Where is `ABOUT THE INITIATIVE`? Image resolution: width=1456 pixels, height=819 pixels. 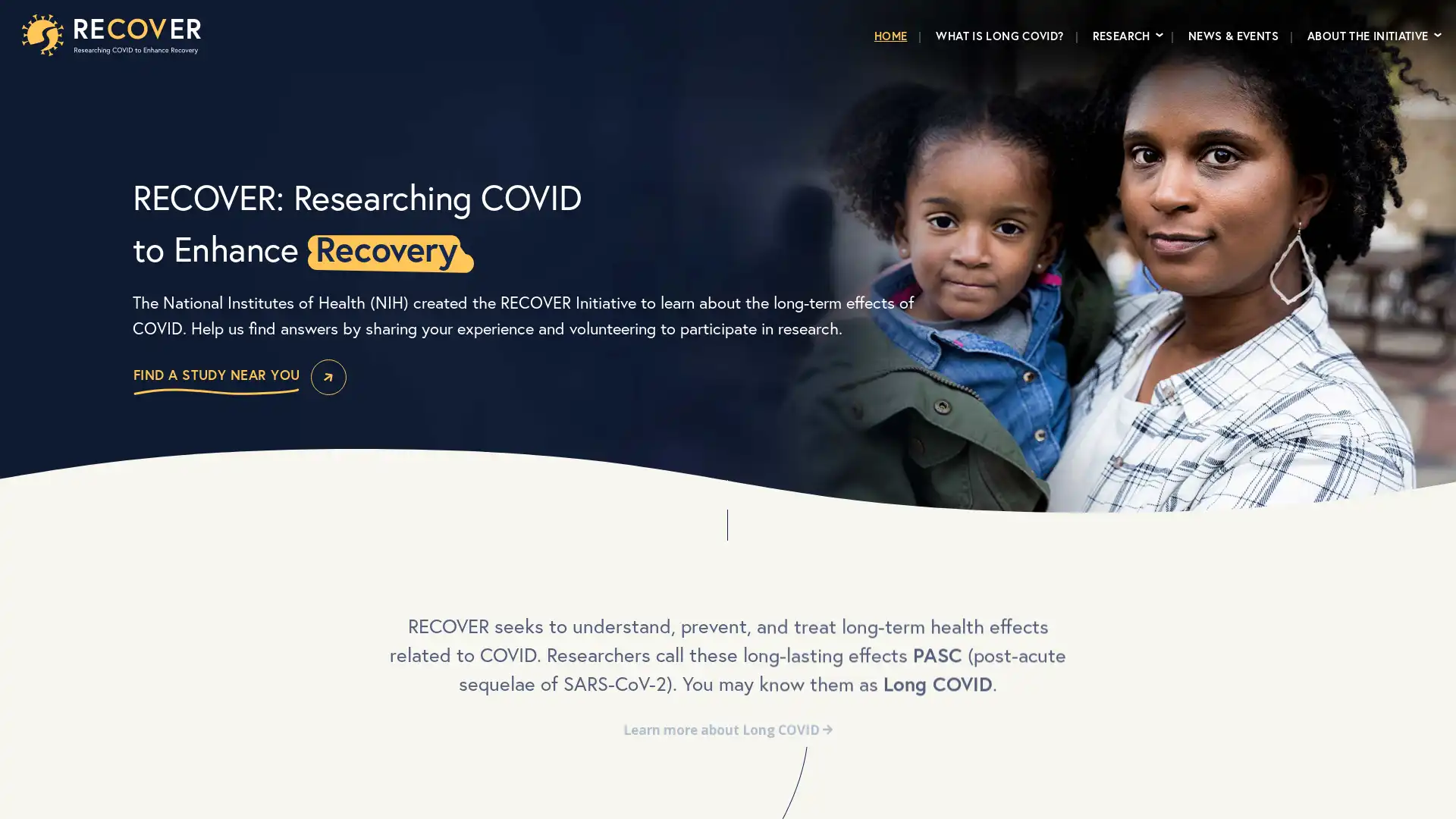
ABOUT THE INITIATIVE is located at coordinates (1370, 34).